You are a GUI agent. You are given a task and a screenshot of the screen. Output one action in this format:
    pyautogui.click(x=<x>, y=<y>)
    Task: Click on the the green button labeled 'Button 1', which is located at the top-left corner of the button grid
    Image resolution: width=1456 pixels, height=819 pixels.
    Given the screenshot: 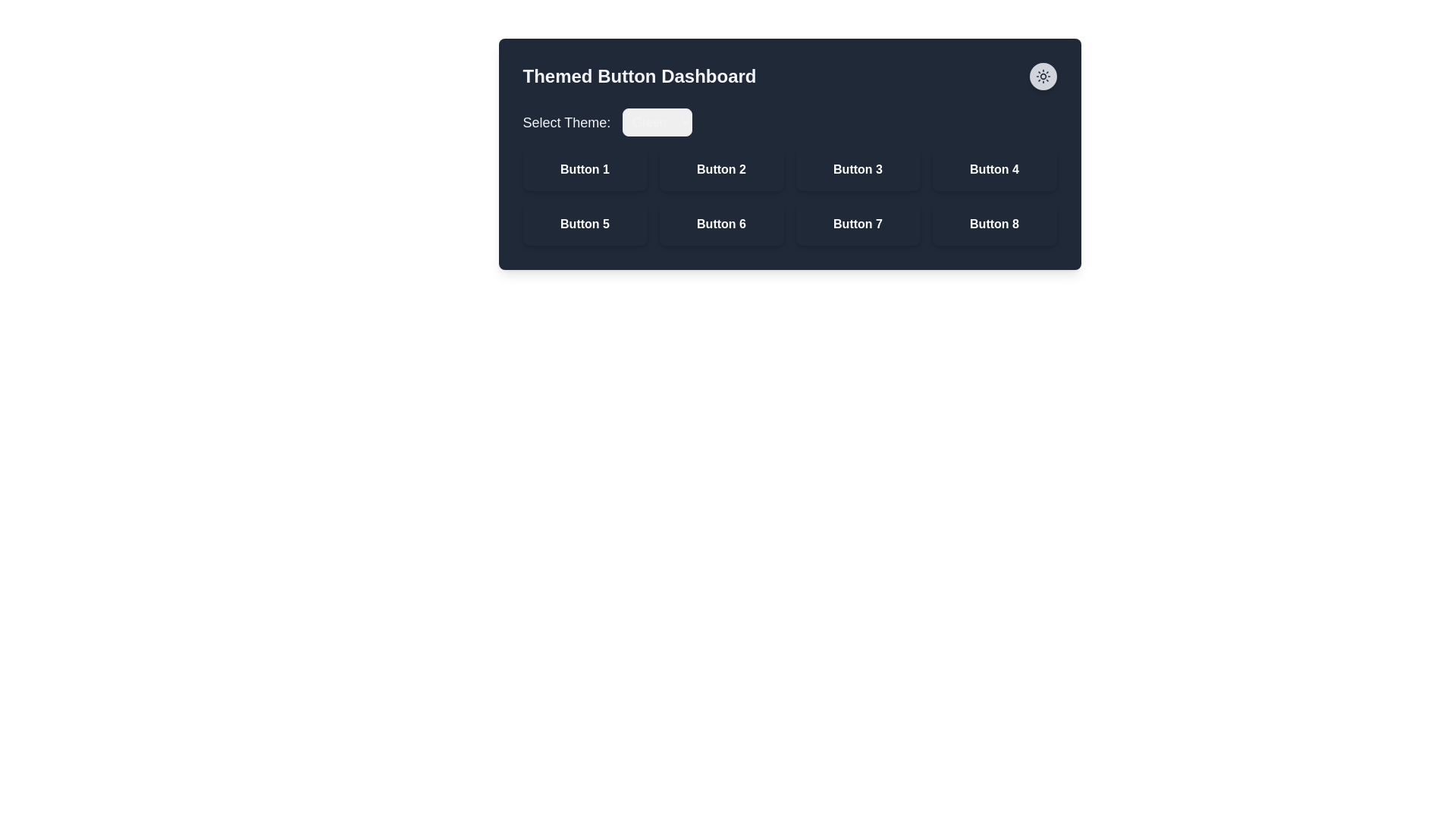 What is the action you would take?
    pyautogui.click(x=584, y=169)
    